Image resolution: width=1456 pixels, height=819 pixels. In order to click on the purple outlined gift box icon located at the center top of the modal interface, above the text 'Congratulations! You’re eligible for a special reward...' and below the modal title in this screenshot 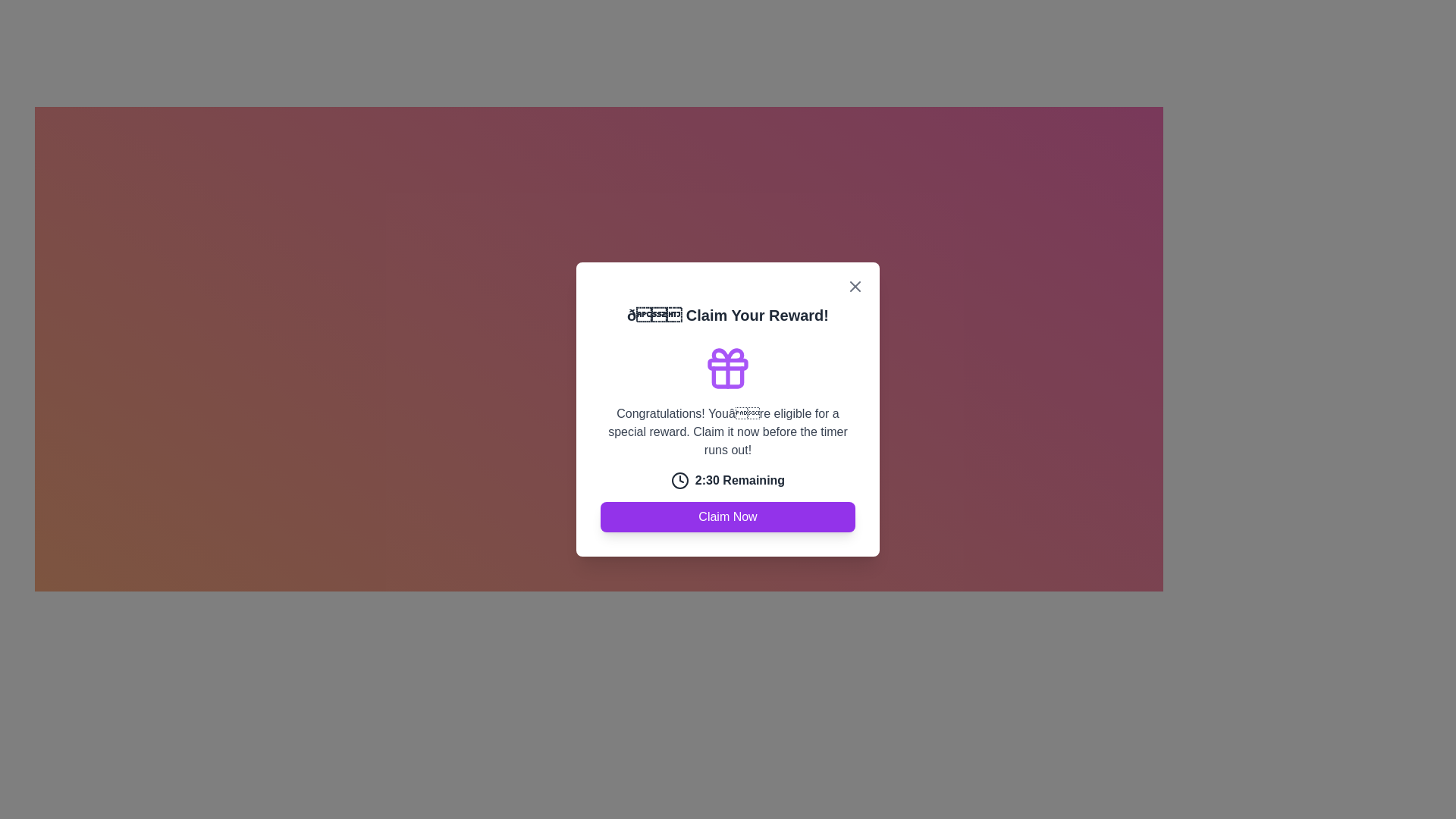, I will do `click(728, 369)`.